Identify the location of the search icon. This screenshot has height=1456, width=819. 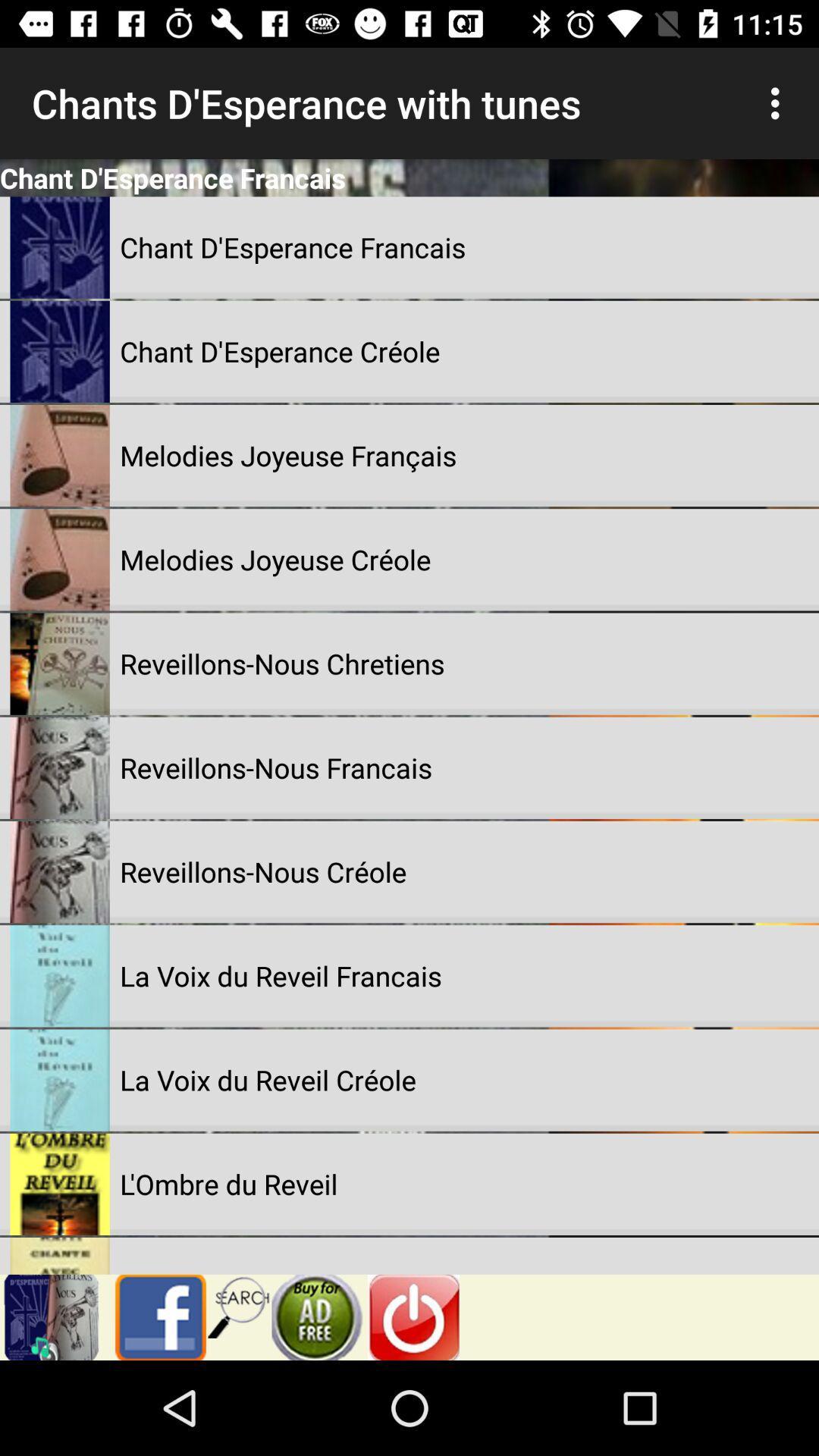
(239, 1305).